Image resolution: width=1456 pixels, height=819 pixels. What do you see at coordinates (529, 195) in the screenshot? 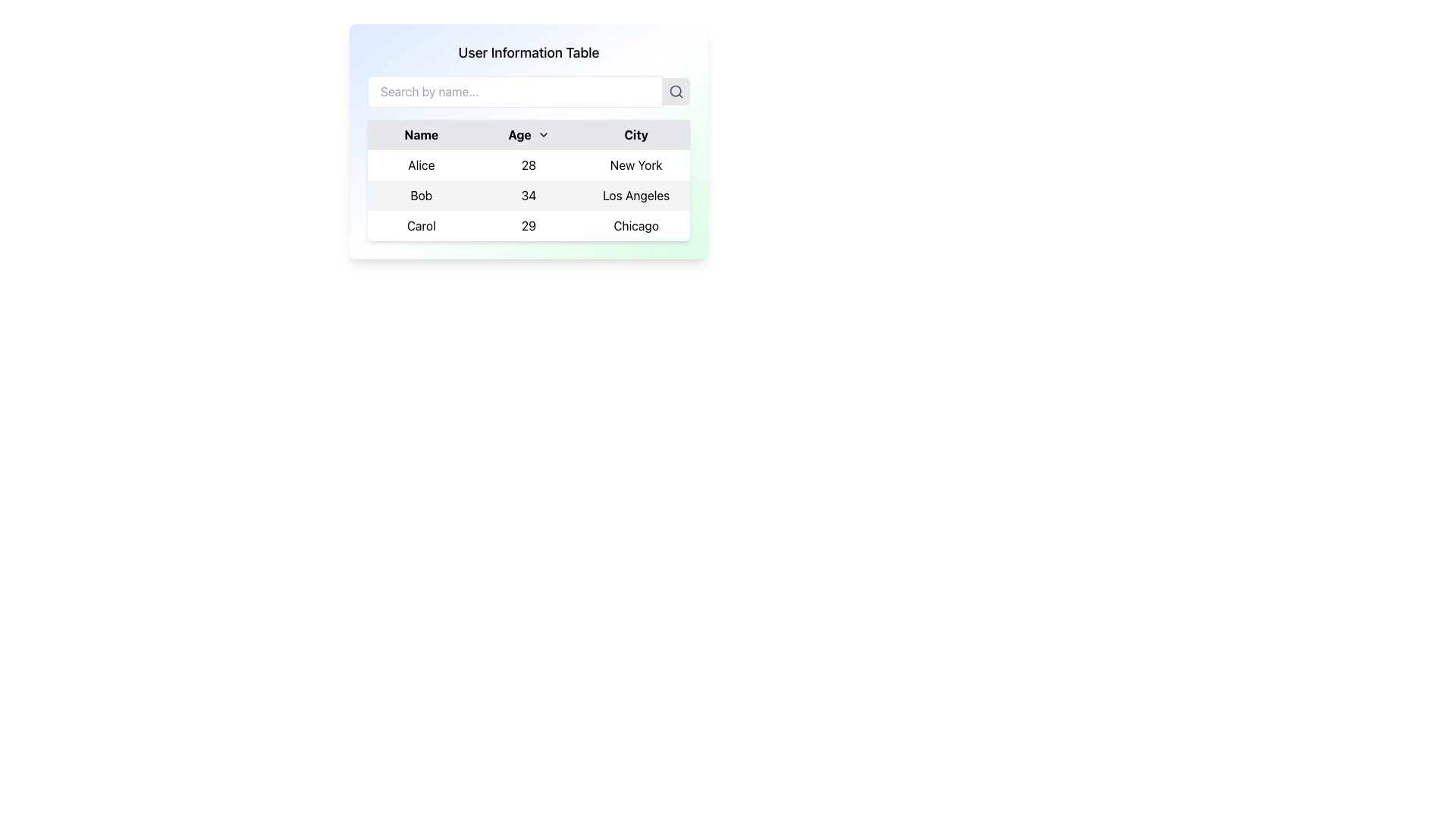
I see `the second row of the 'User Information Table' containing the data 'Bob 34 Los Angeles'` at bounding box center [529, 195].